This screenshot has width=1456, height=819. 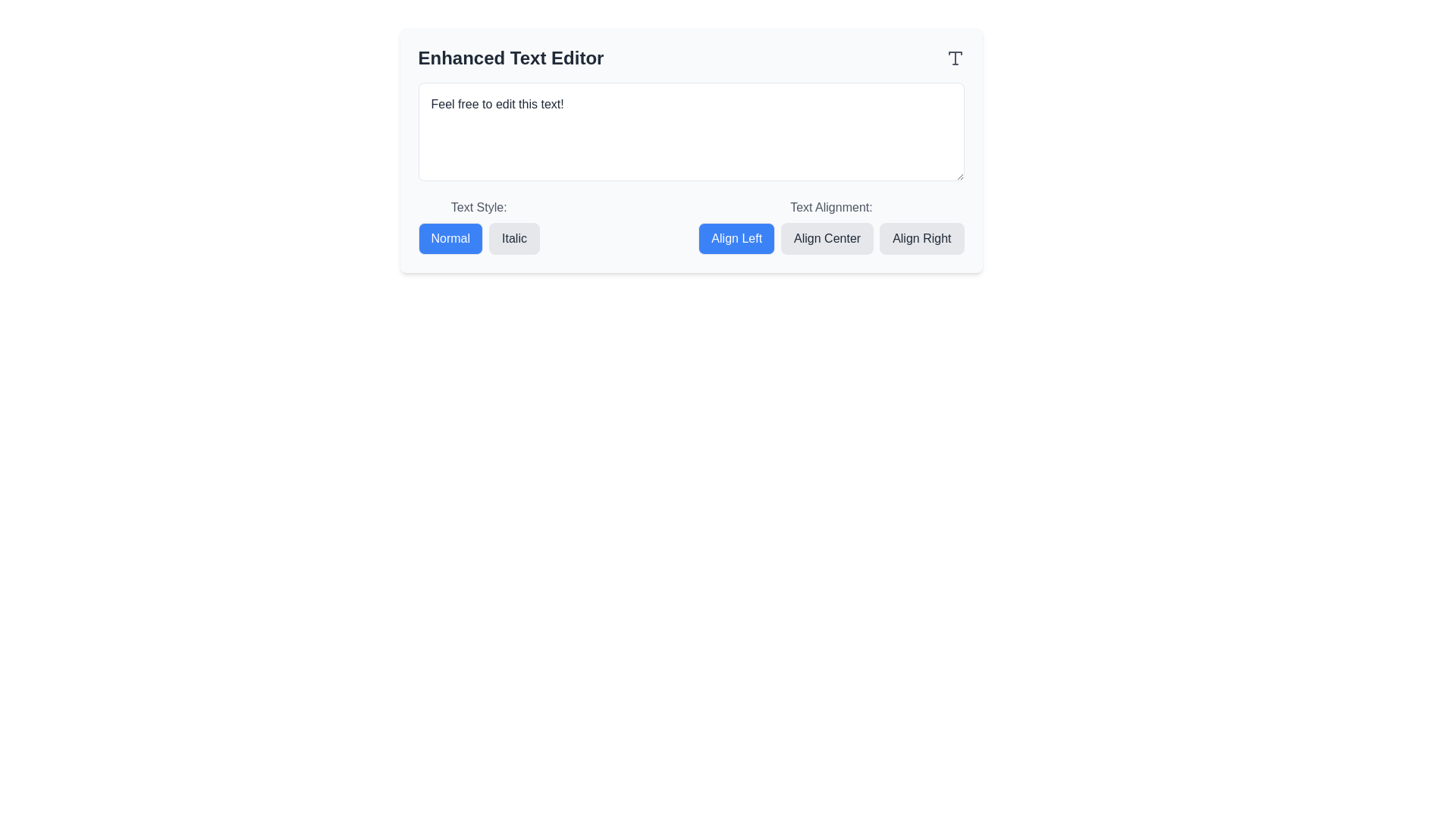 What do you see at coordinates (954, 58) in the screenshot?
I see `the 'T' icon in dark gray located at the top-right corner of the 'Enhanced Text Editor' header area` at bounding box center [954, 58].